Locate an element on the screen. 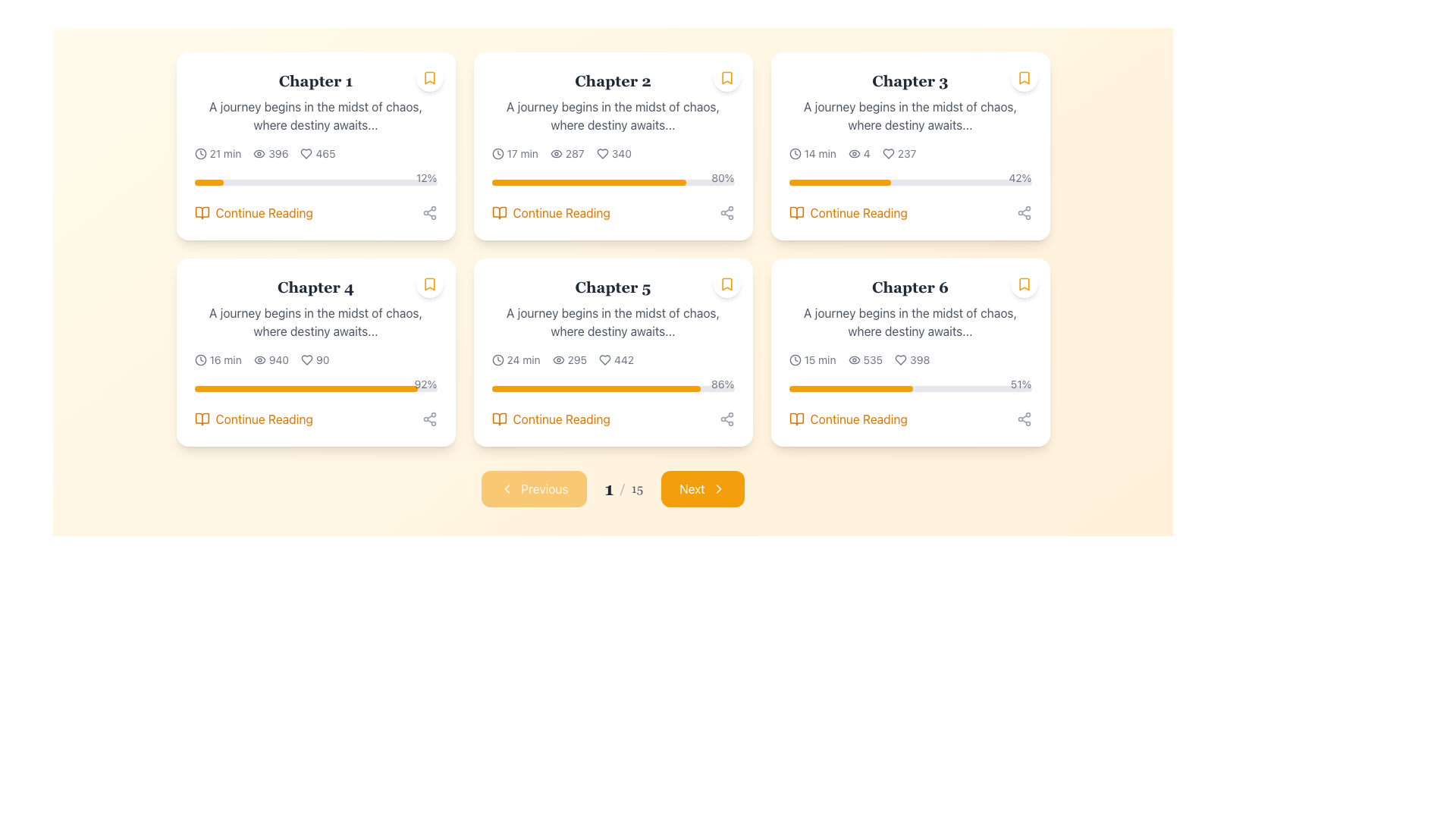 This screenshot has width=1456, height=819. the left-arrow button in the pagination navigation section is located at coordinates (507, 488).